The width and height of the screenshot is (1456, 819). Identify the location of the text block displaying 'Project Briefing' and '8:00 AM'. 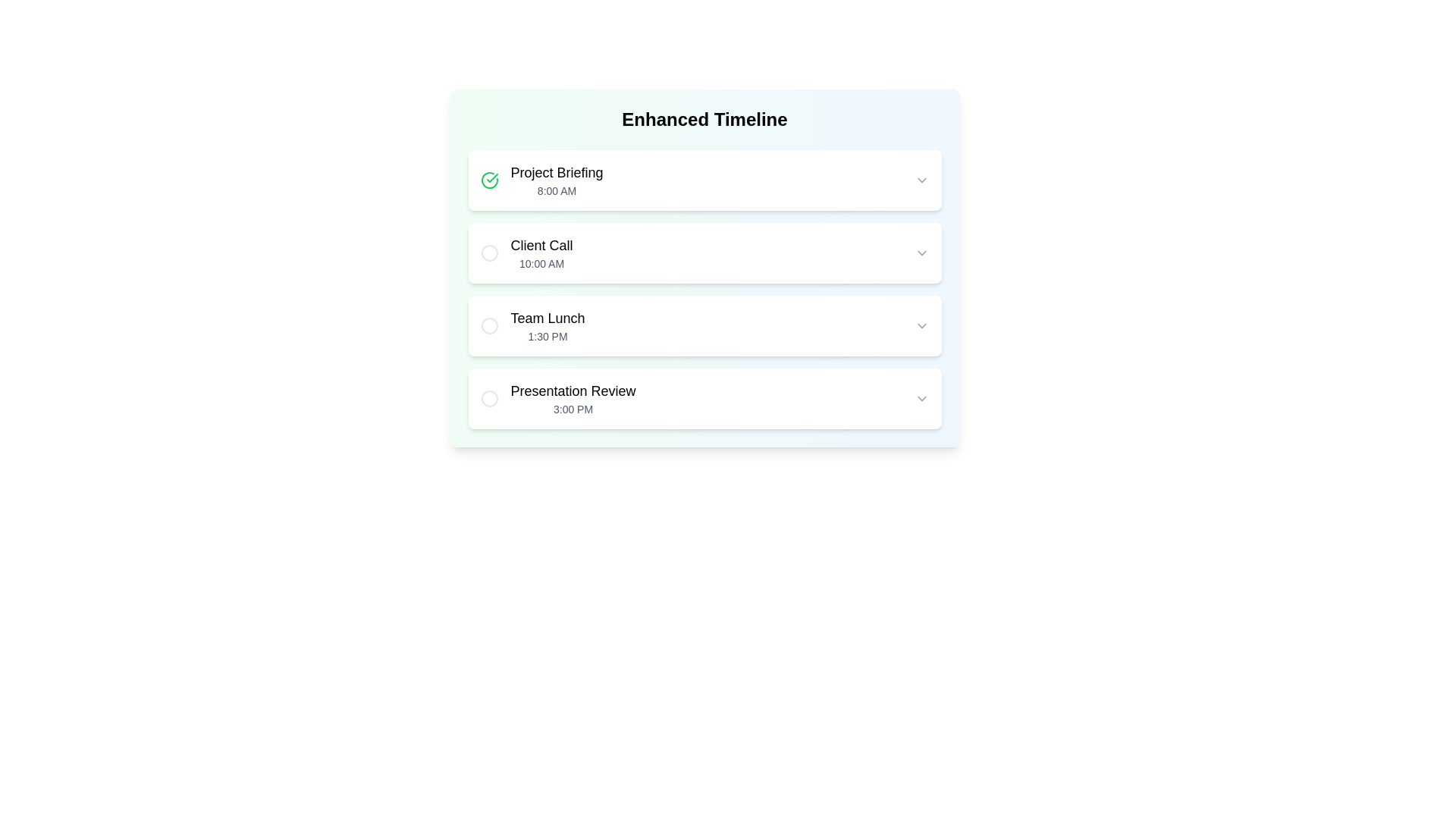
(556, 180).